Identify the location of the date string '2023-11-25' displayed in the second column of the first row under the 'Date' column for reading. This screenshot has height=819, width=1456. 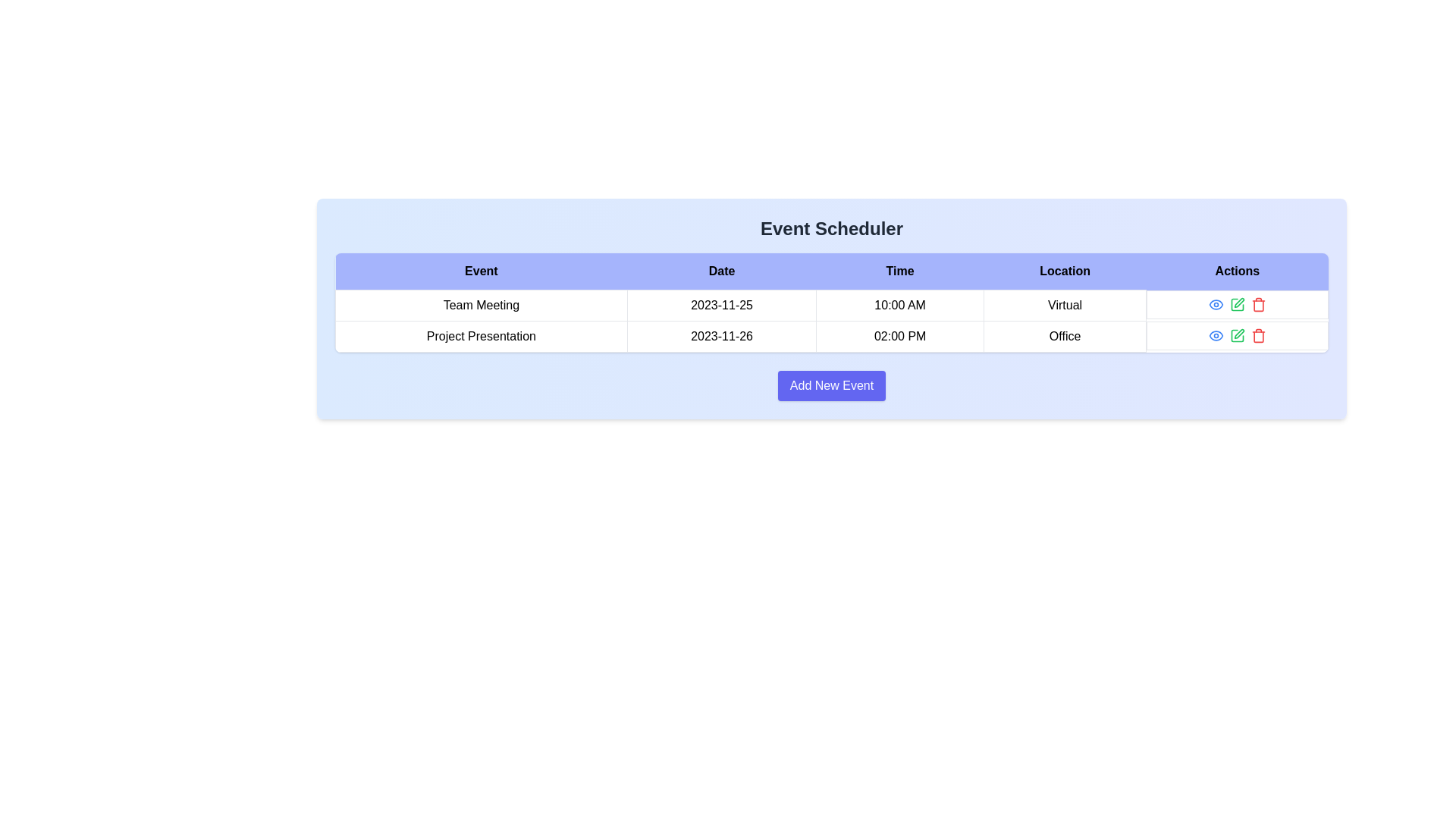
(721, 305).